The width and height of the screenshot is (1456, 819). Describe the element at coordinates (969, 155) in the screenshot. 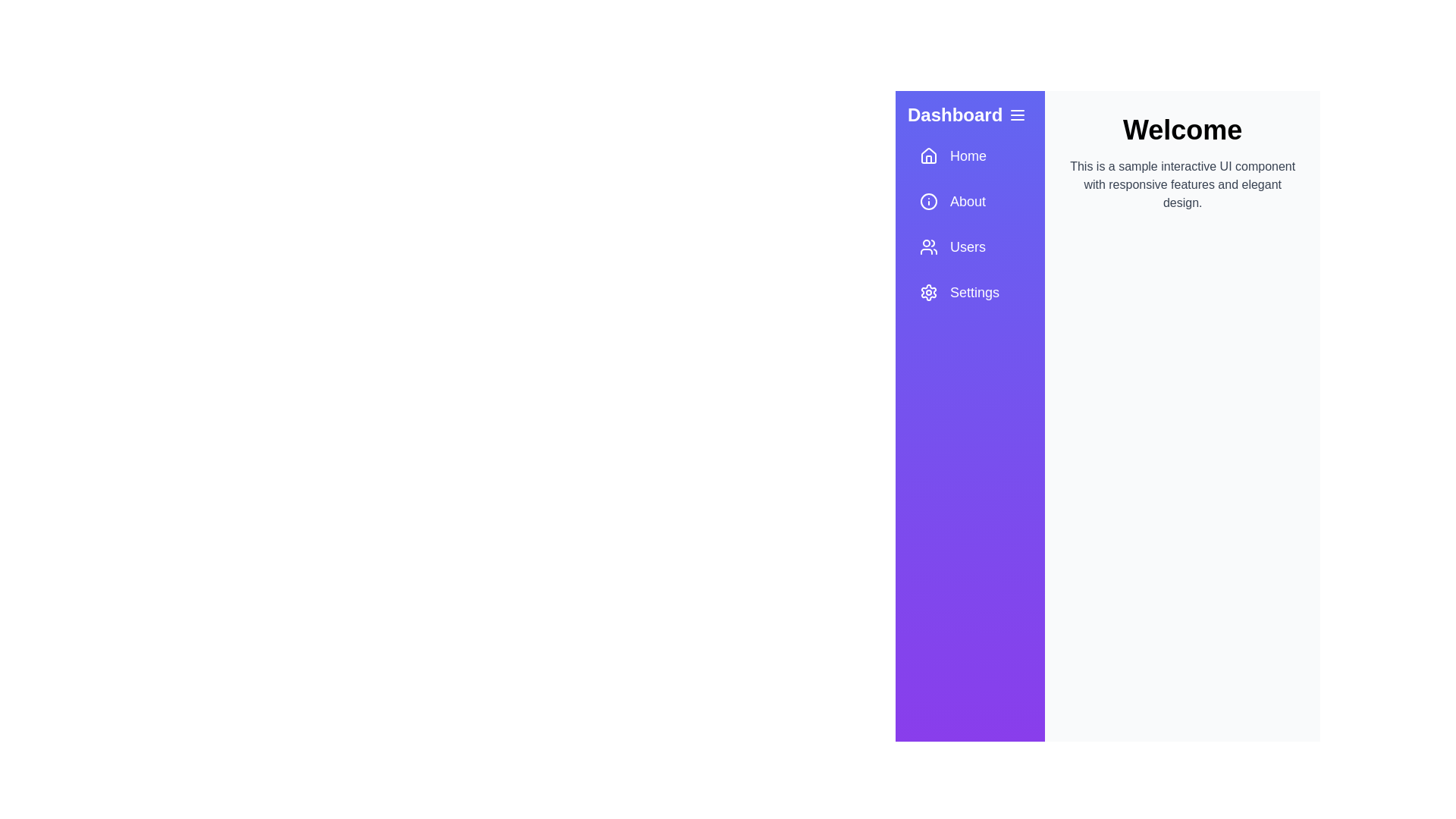

I see `the navigation item Home to trigger its action` at that location.